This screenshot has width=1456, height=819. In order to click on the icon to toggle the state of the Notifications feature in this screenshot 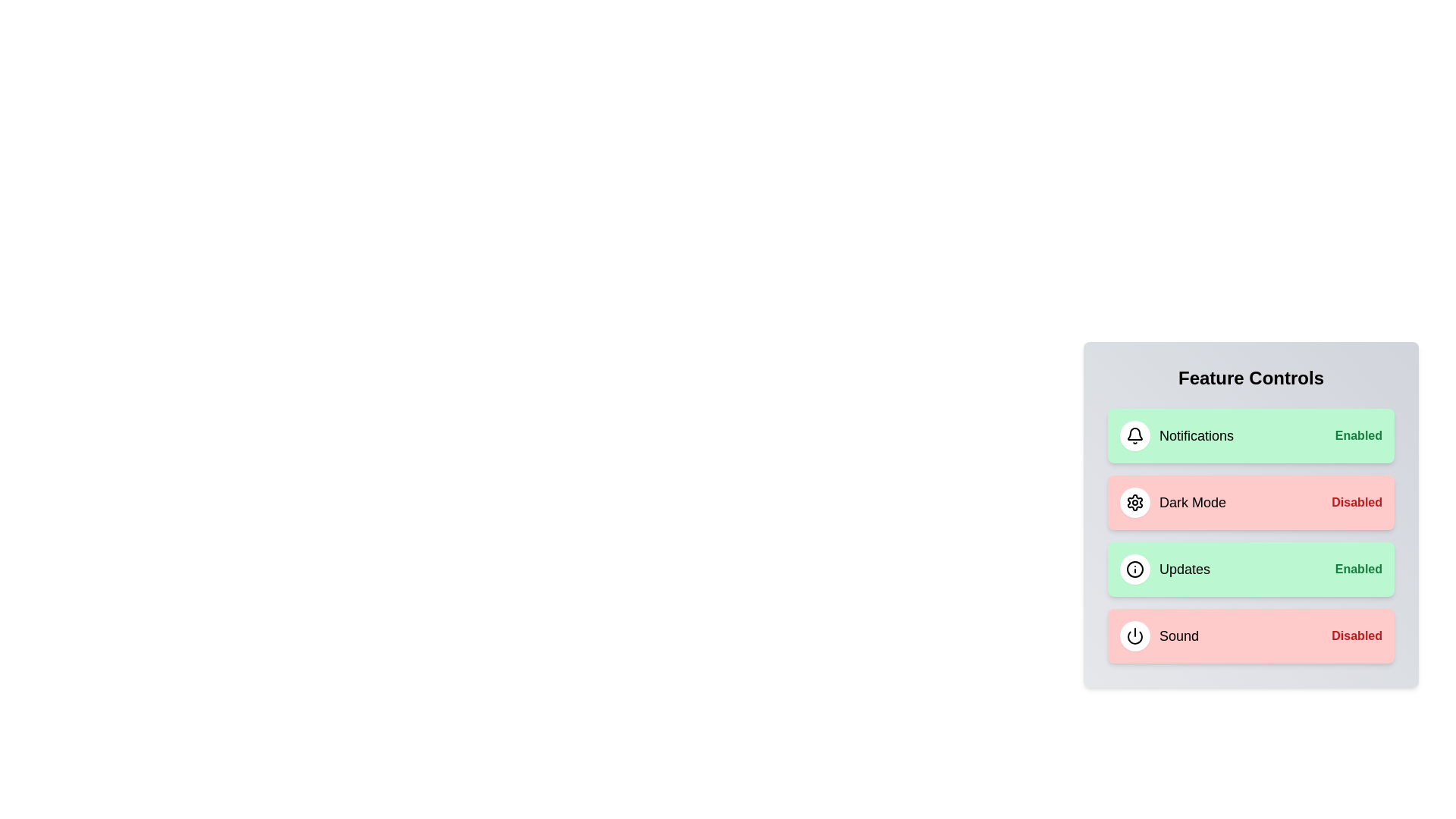, I will do `click(1135, 435)`.